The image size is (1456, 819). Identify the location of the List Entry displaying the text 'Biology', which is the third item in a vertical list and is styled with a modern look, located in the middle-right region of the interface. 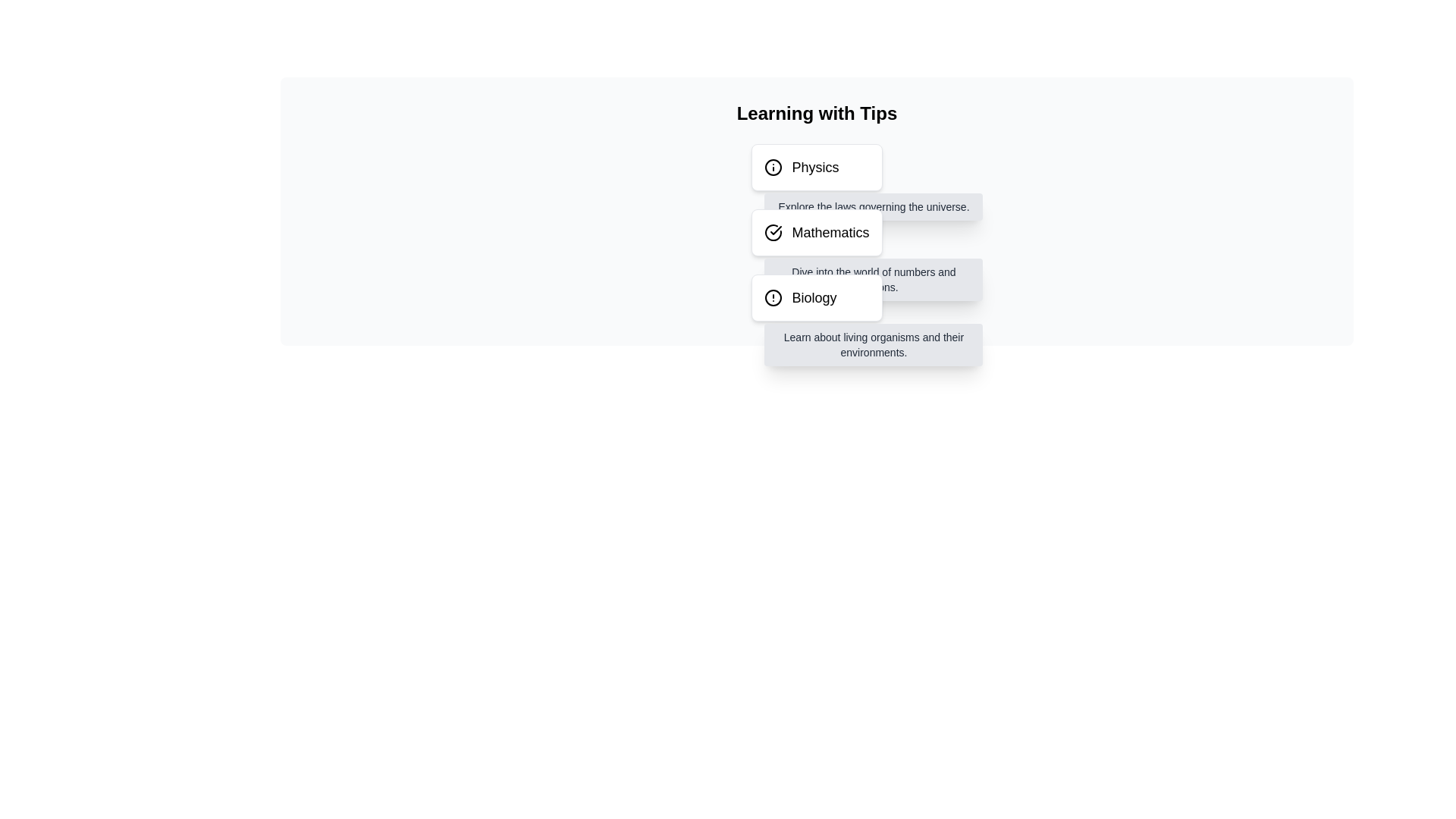
(816, 298).